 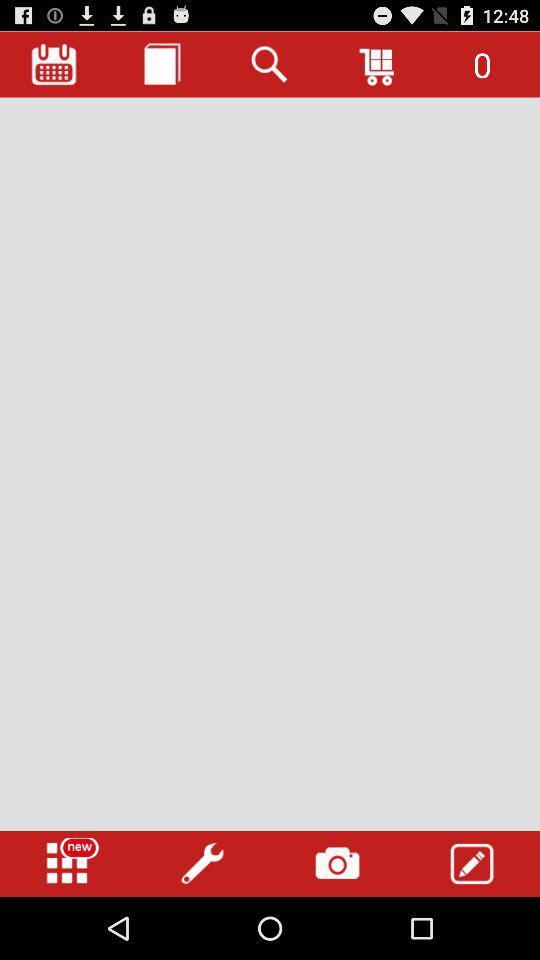 I want to click on open calendar, so click(x=54, y=64).